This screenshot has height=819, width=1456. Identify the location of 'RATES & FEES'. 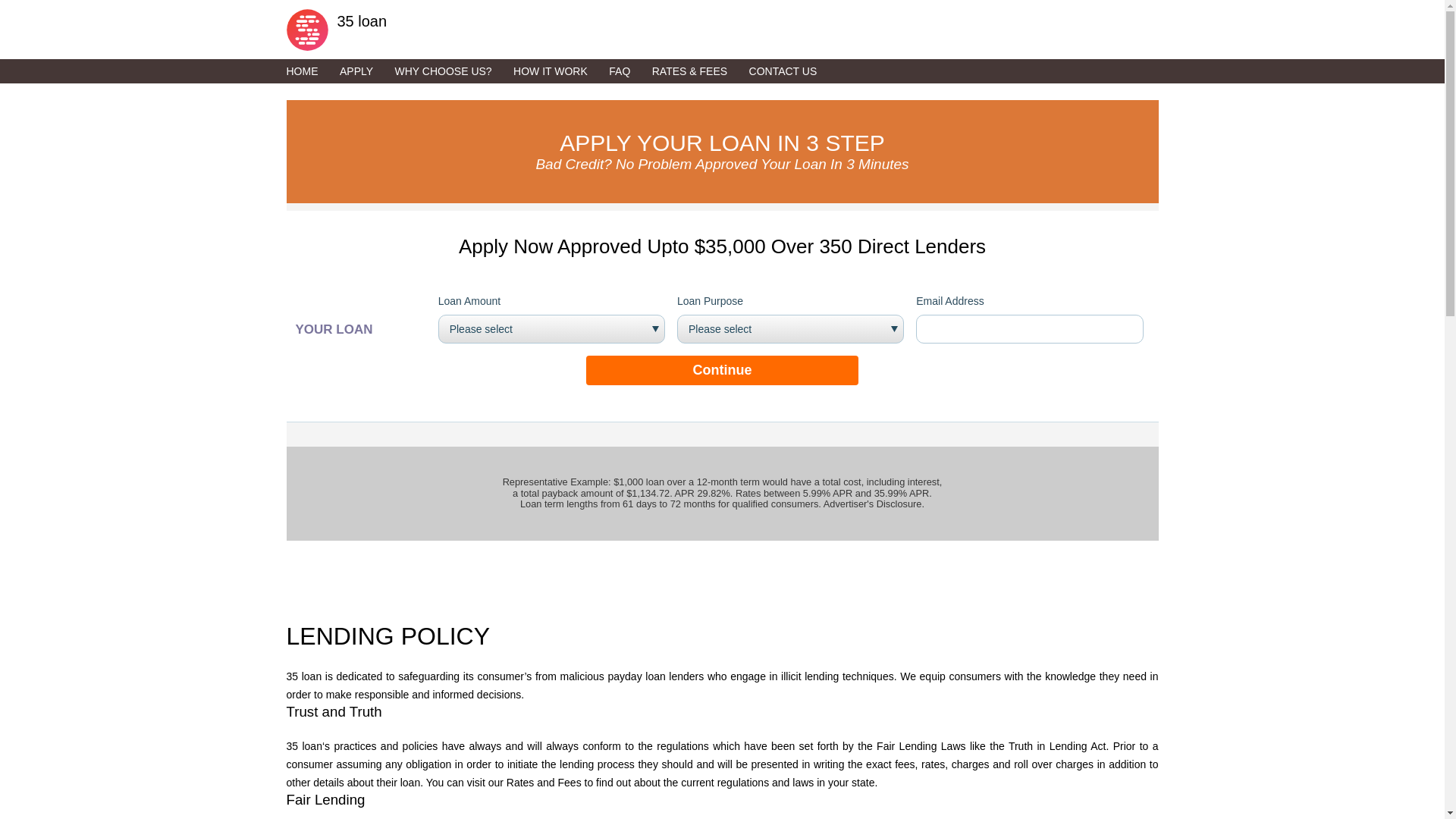
(698, 71).